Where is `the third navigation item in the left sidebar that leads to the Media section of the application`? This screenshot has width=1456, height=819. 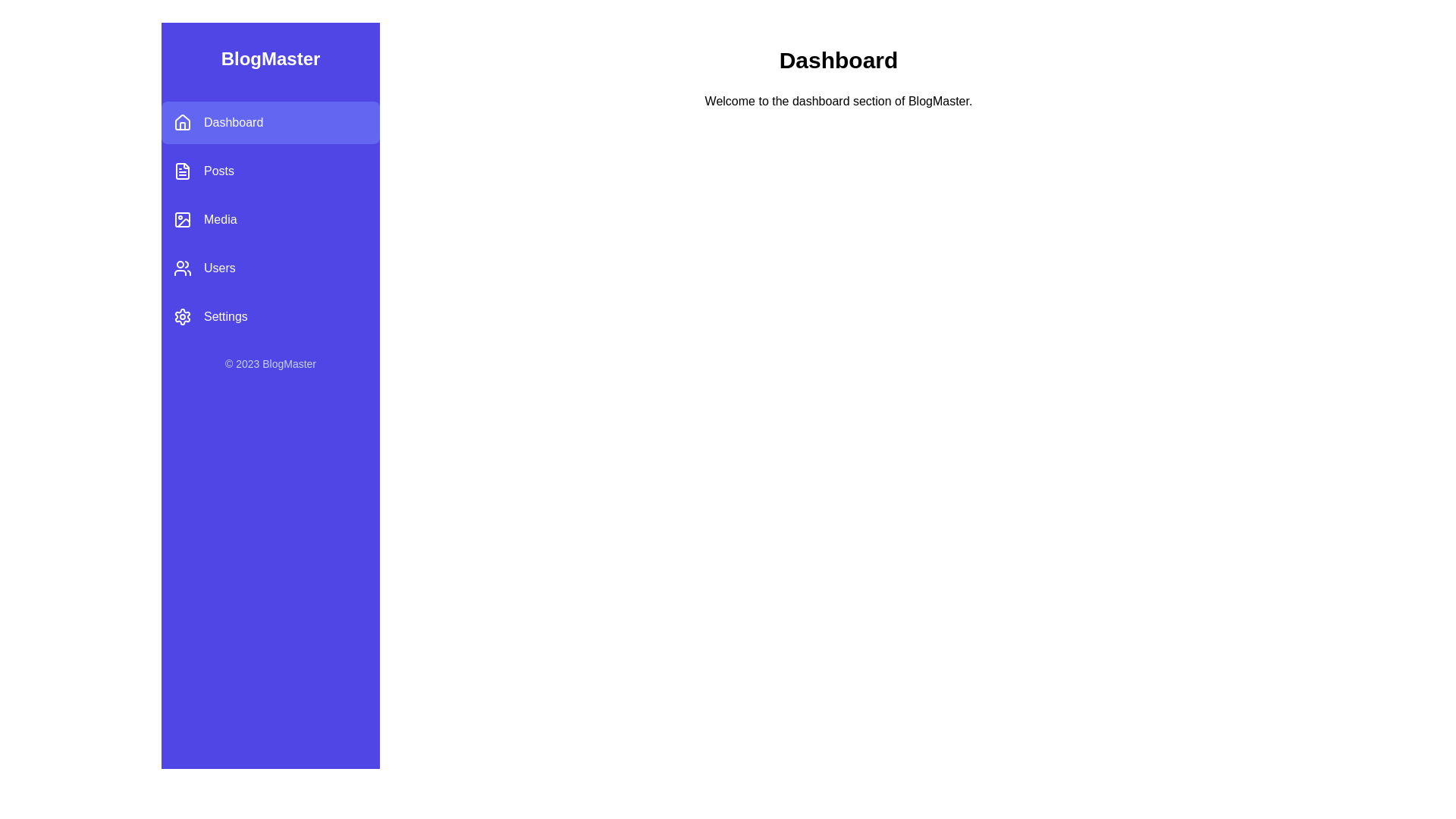 the third navigation item in the left sidebar that leads to the Media section of the application is located at coordinates (270, 219).